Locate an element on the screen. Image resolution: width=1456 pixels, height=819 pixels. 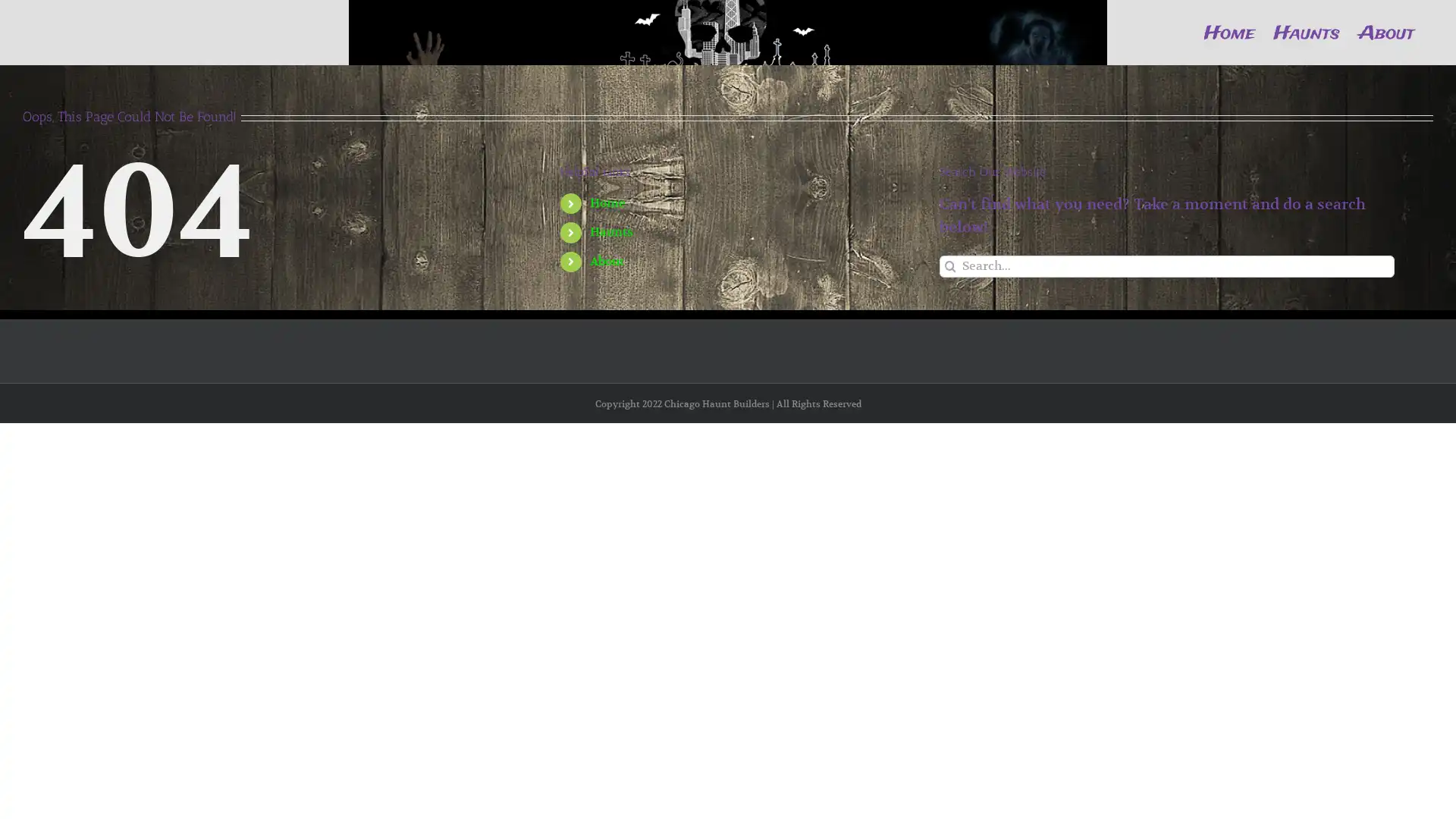
Search is located at coordinates (949, 313).